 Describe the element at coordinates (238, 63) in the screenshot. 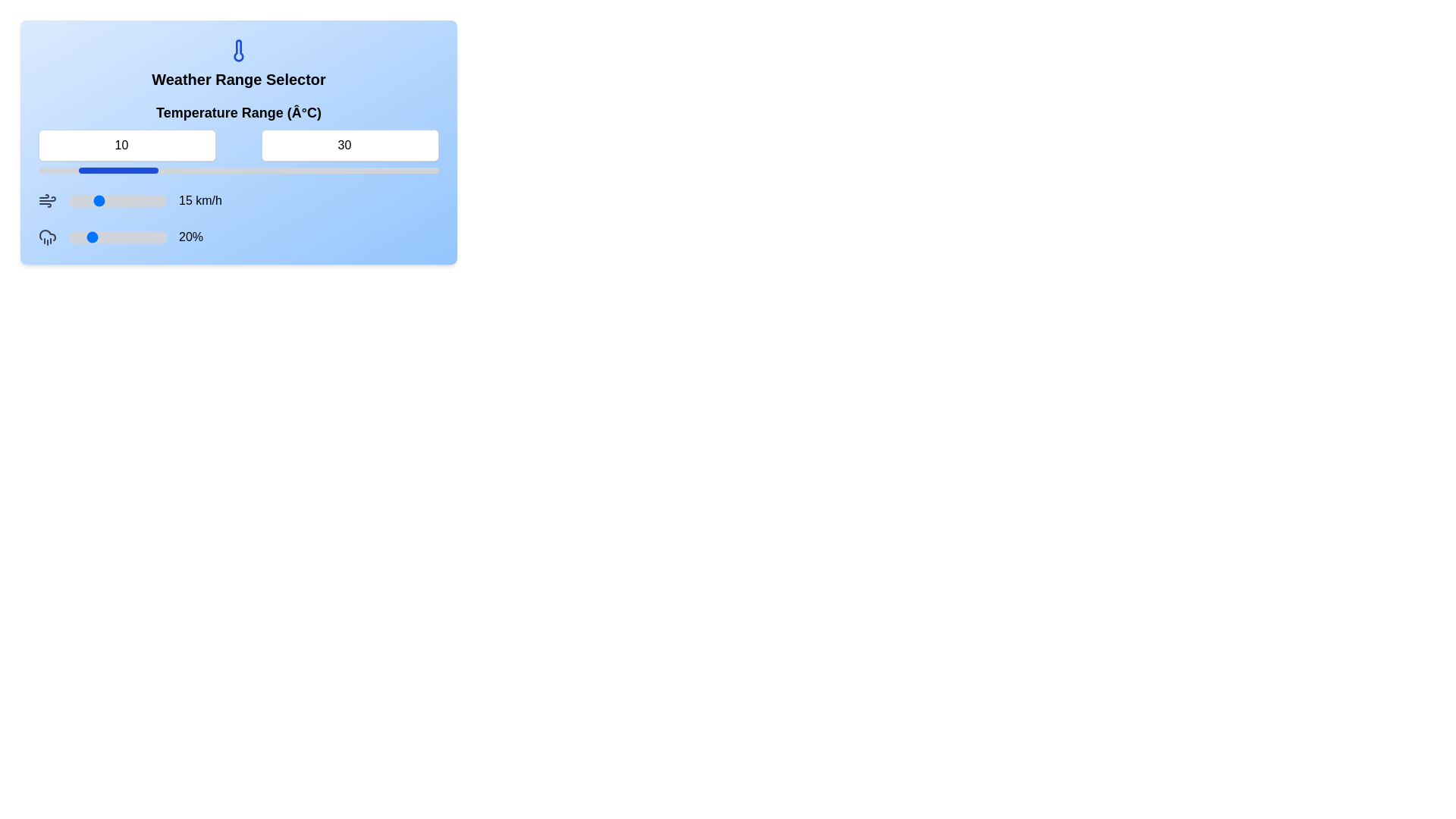

I see `the Text Display with an Icon that serves as the header for the weather range selector interface, located at the upper section of the panel above the 'Temperature Range (°C)' text` at that location.